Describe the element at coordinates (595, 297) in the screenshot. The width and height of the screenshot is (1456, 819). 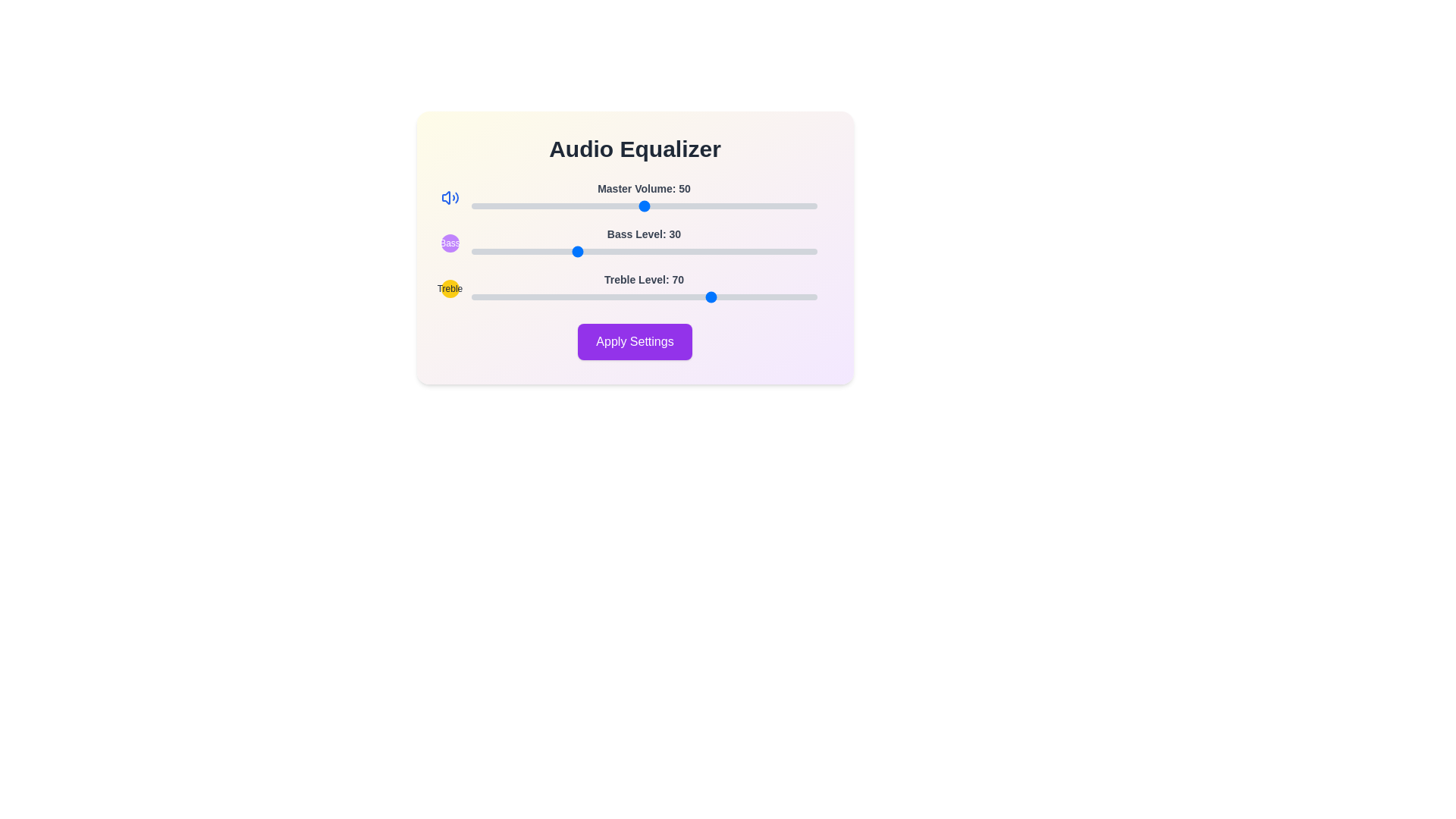
I see `Treble Level` at that location.